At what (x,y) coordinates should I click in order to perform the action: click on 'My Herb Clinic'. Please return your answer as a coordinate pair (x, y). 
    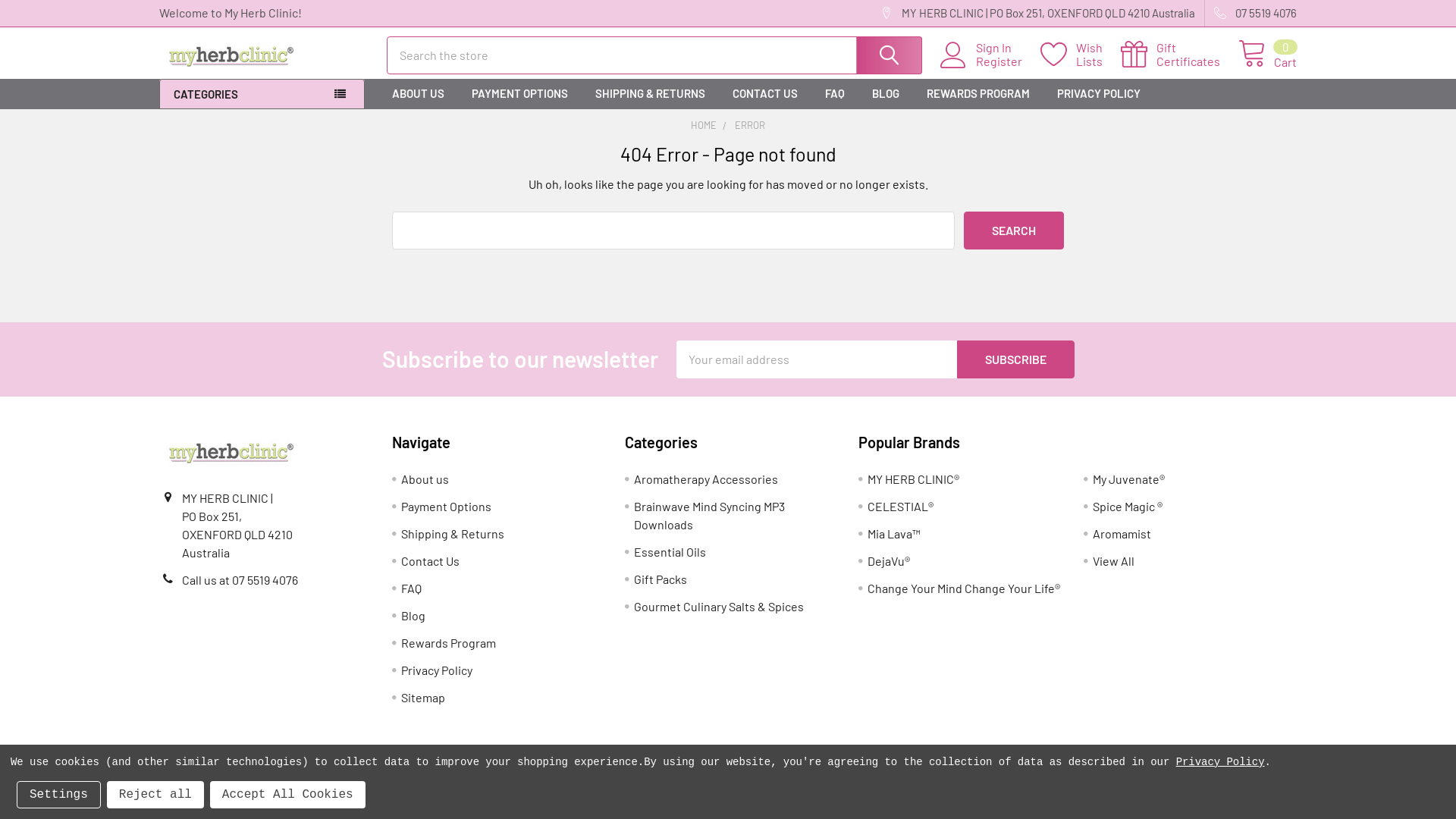
    Looking at the image, I should click on (231, 451).